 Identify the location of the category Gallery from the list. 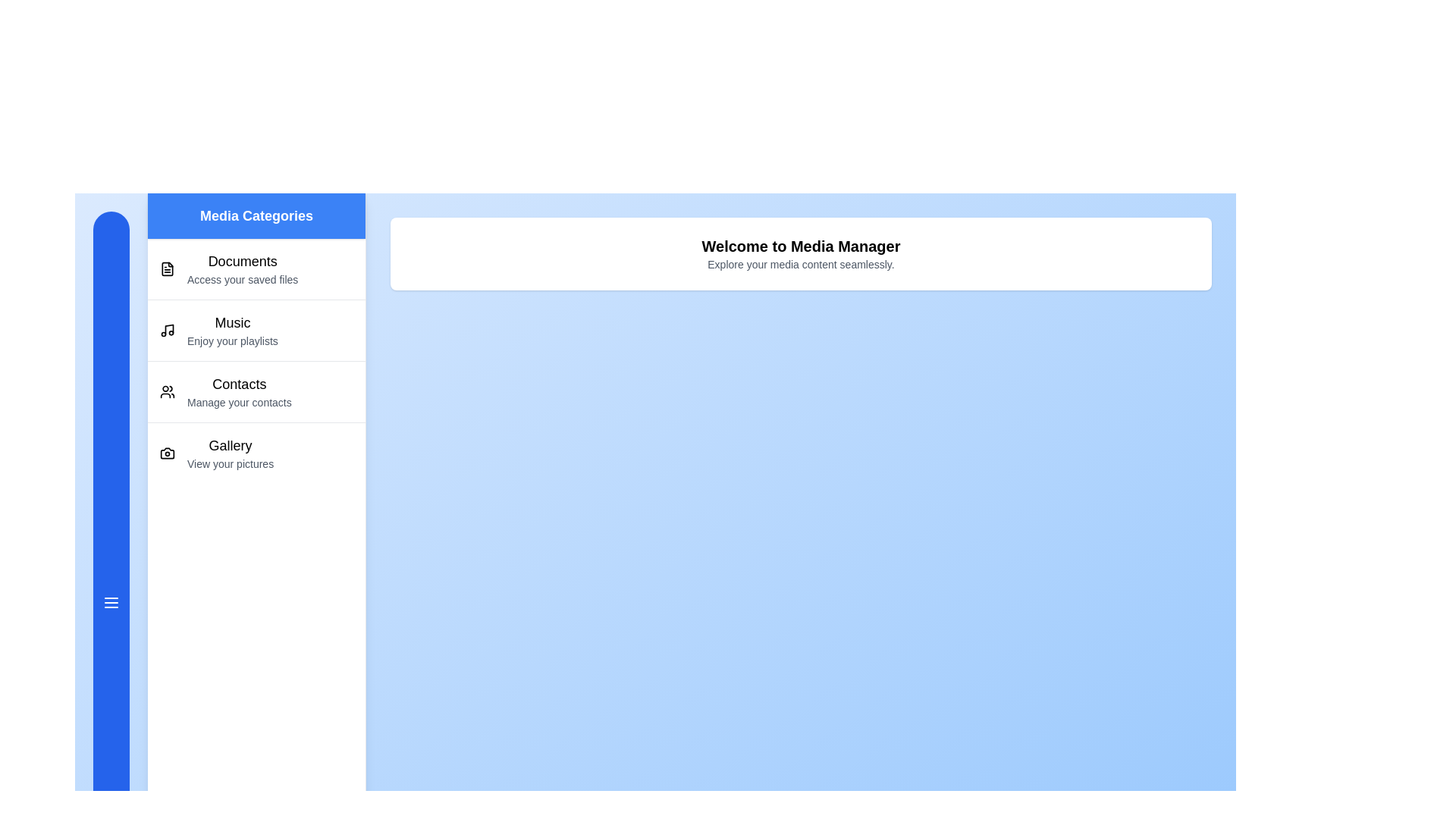
(256, 452).